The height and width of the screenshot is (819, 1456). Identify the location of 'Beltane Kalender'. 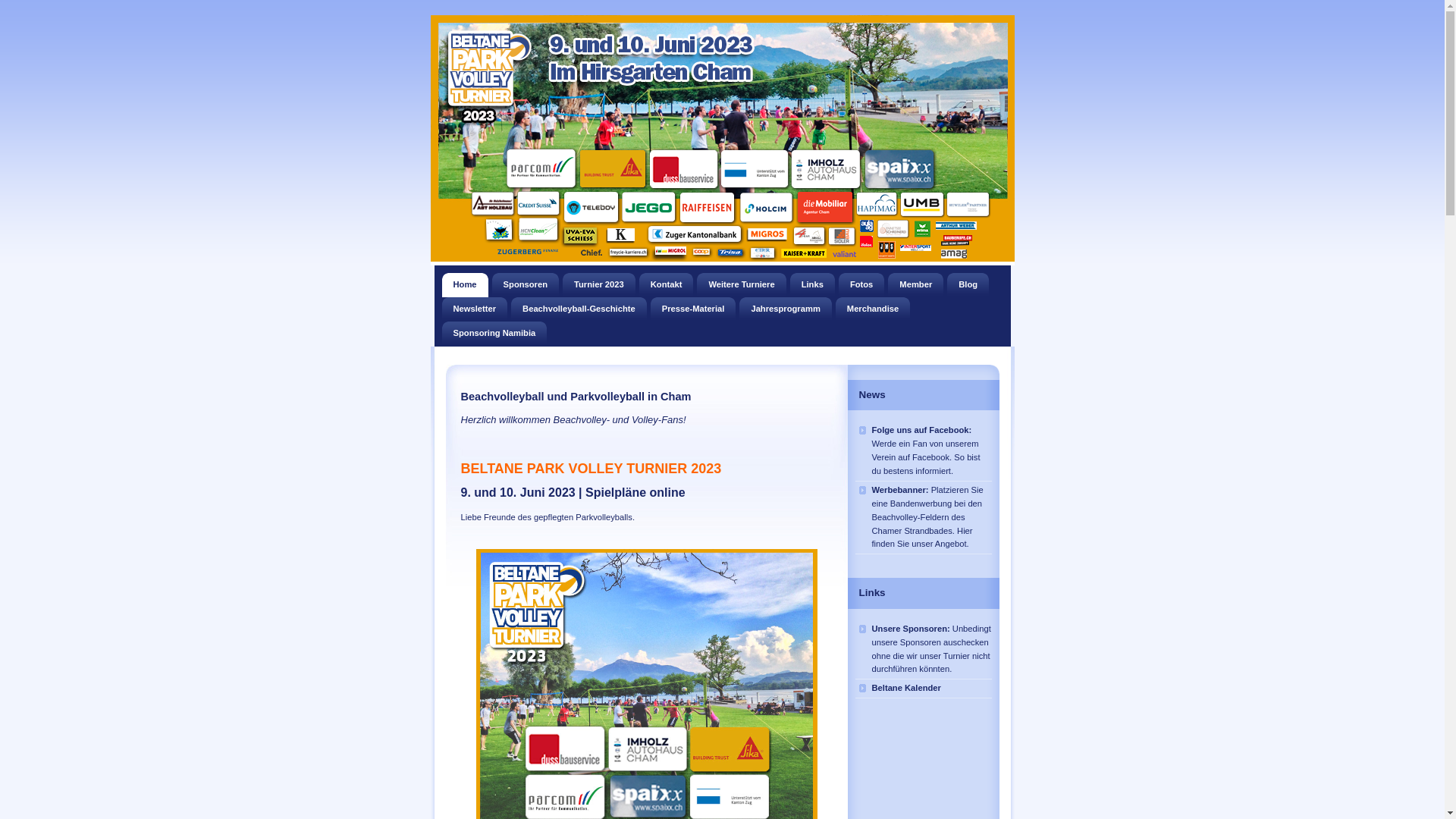
(923, 688).